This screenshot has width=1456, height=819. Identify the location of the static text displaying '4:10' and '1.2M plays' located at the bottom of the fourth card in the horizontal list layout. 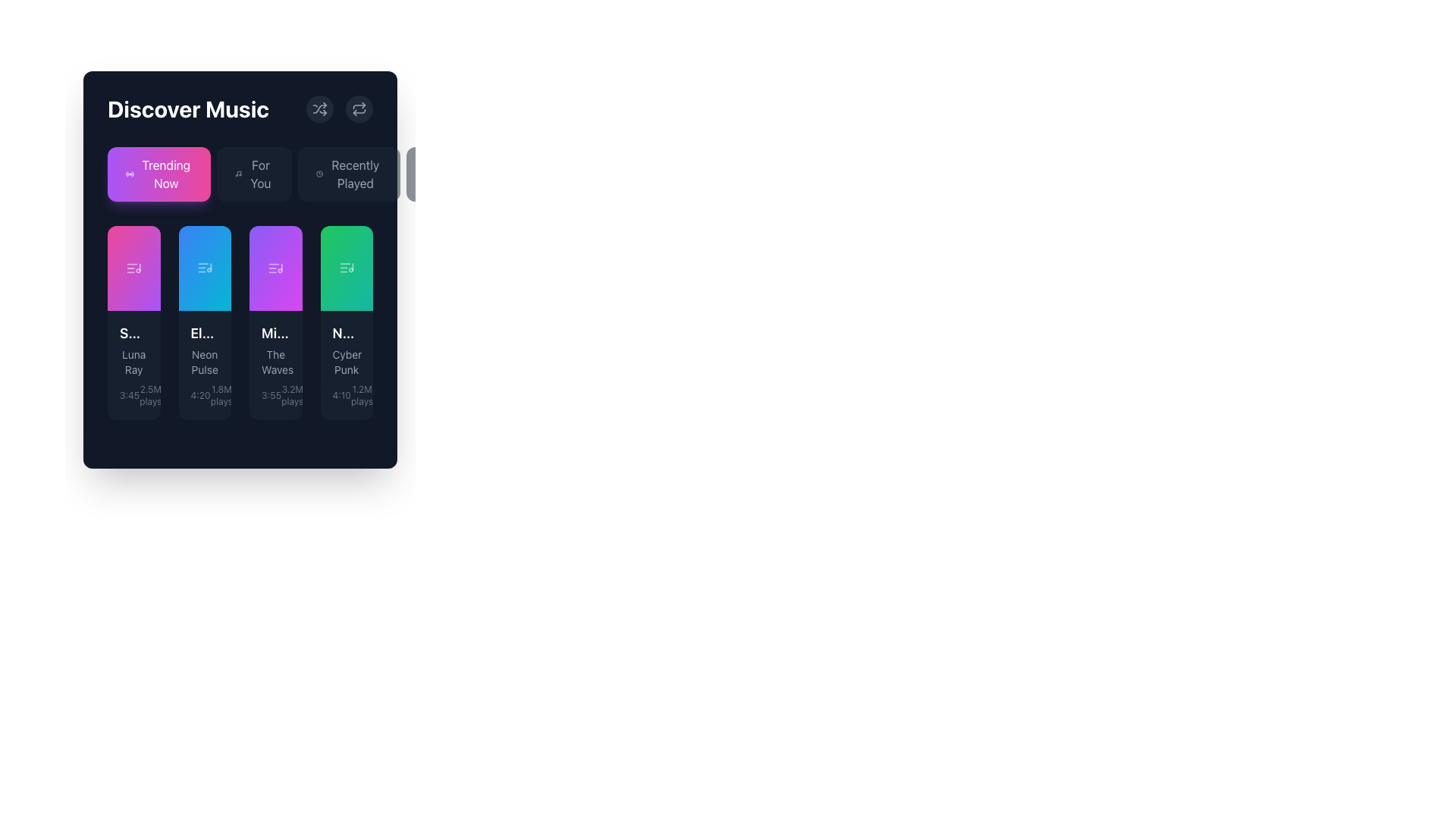
(346, 394).